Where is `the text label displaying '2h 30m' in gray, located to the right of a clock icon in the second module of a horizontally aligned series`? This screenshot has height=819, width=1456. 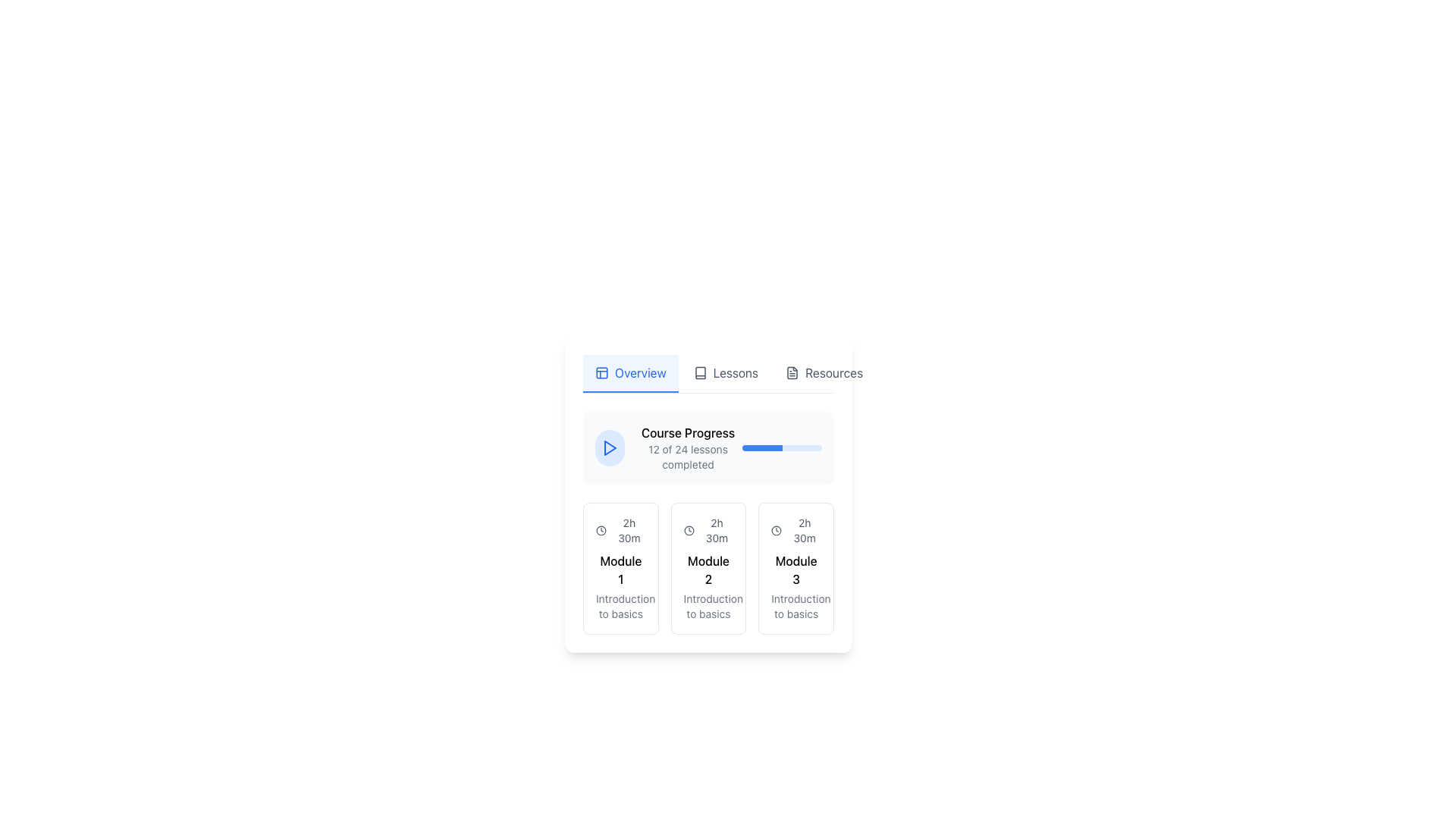
the text label displaying '2h 30m' in gray, located to the right of a clock icon in the second module of a horizontally aligned series is located at coordinates (716, 529).